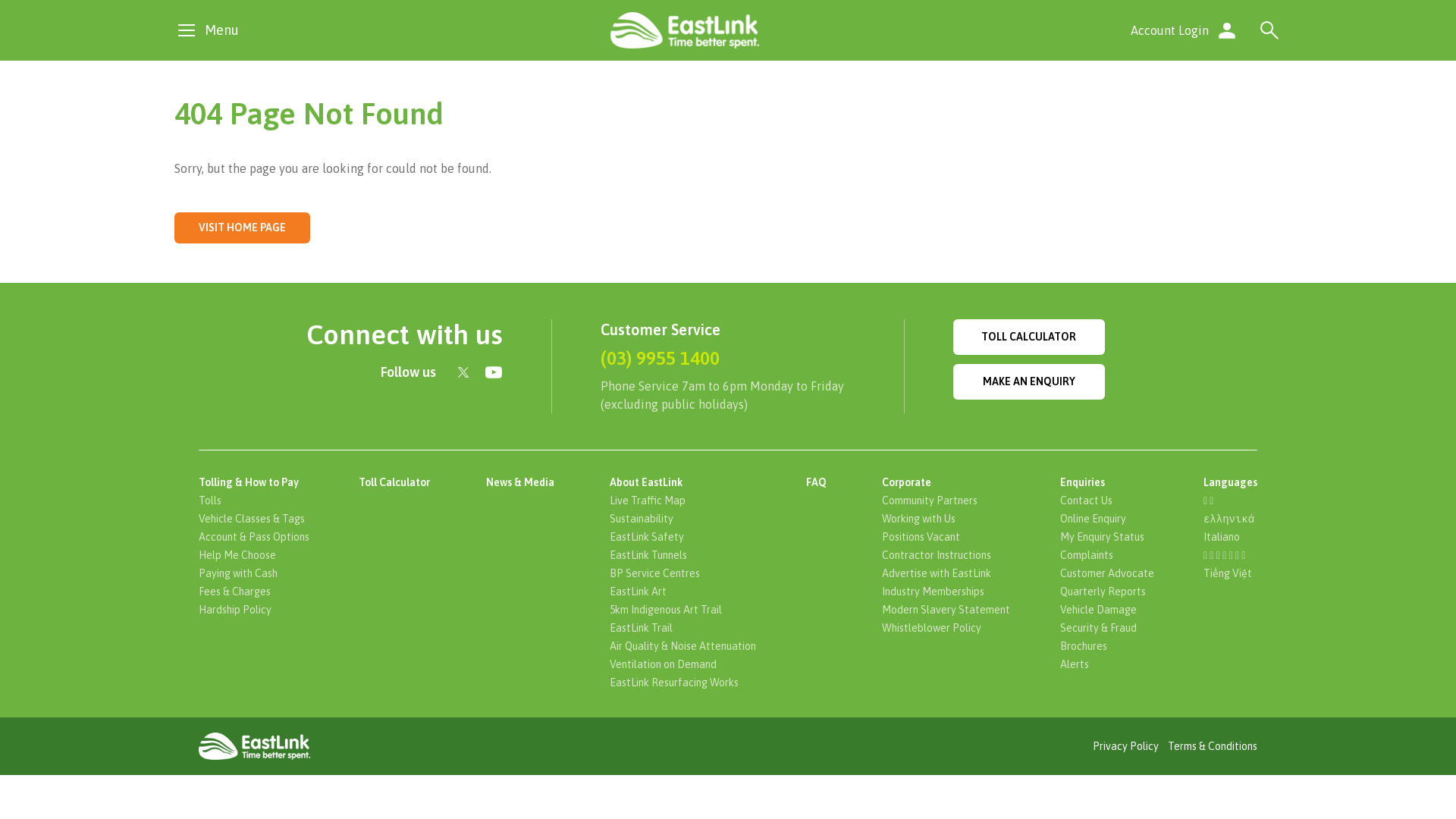 The width and height of the screenshot is (1456, 819). I want to click on 'My Enquiry Status', so click(1108, 536).